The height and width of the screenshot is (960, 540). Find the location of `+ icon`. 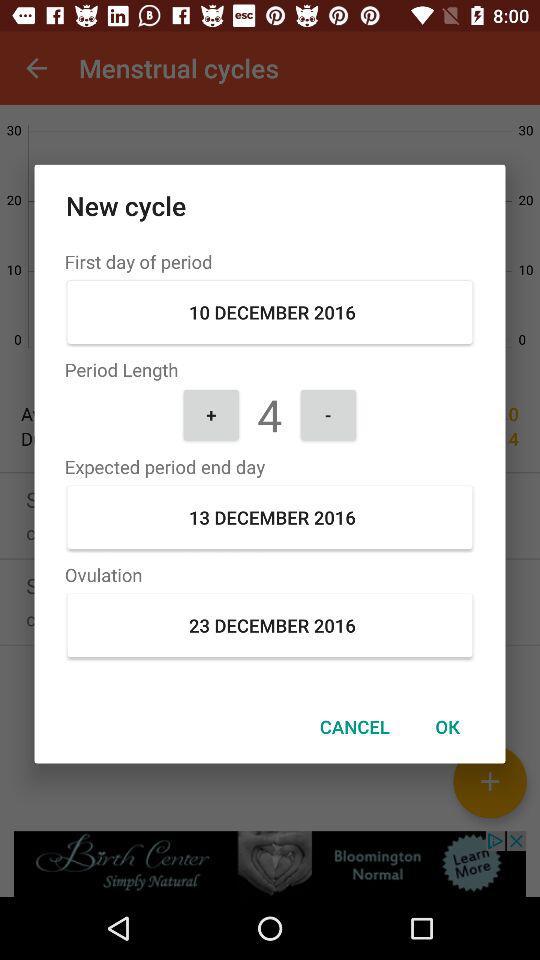

+ icon is located at coordinates (210, 413).